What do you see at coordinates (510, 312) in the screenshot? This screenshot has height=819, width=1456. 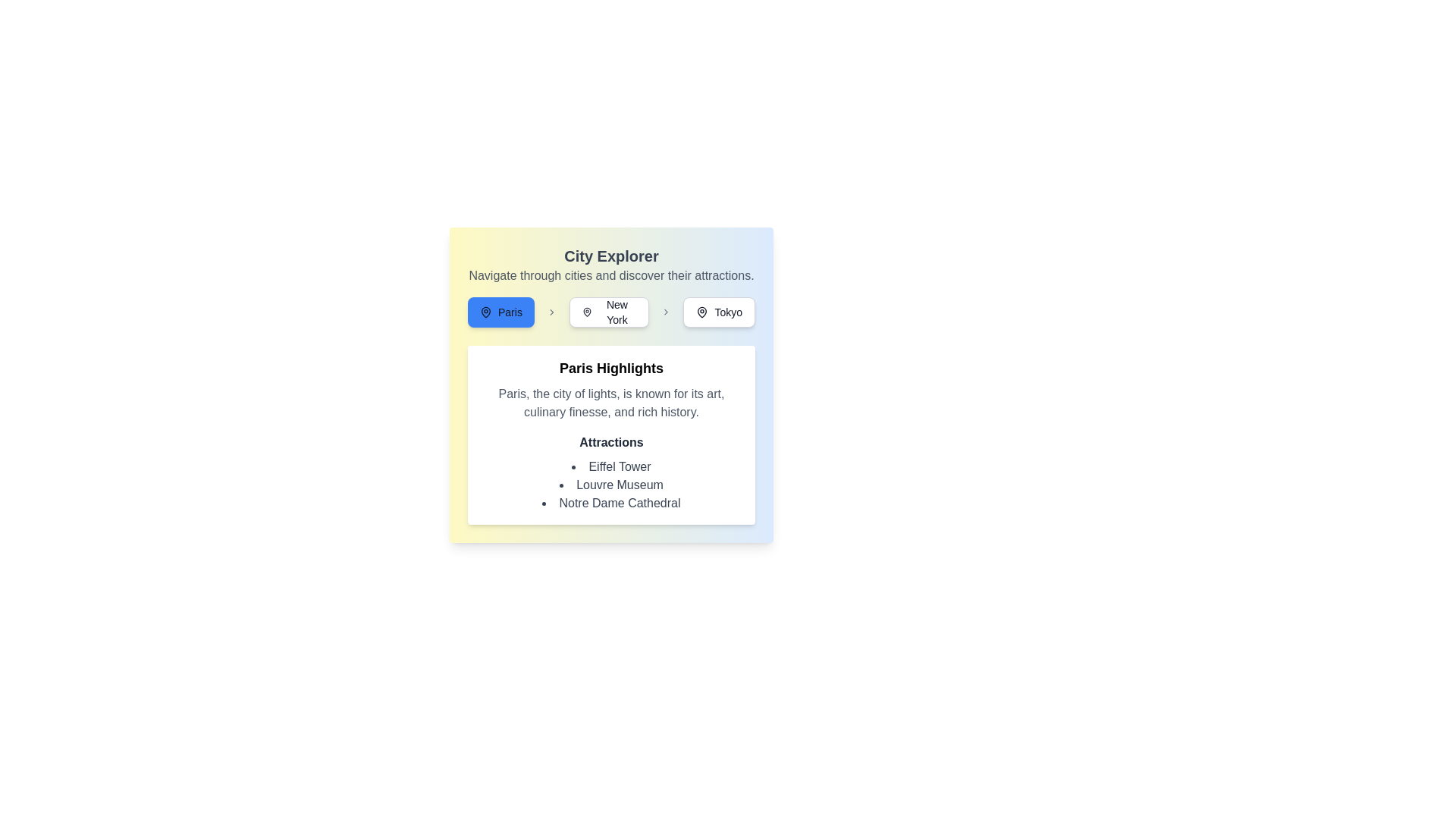 I see `the 'Paris' text button, which is the first button in the group of city navigation options, displayed in white text on a blue background` at bounding box center [510, 312].